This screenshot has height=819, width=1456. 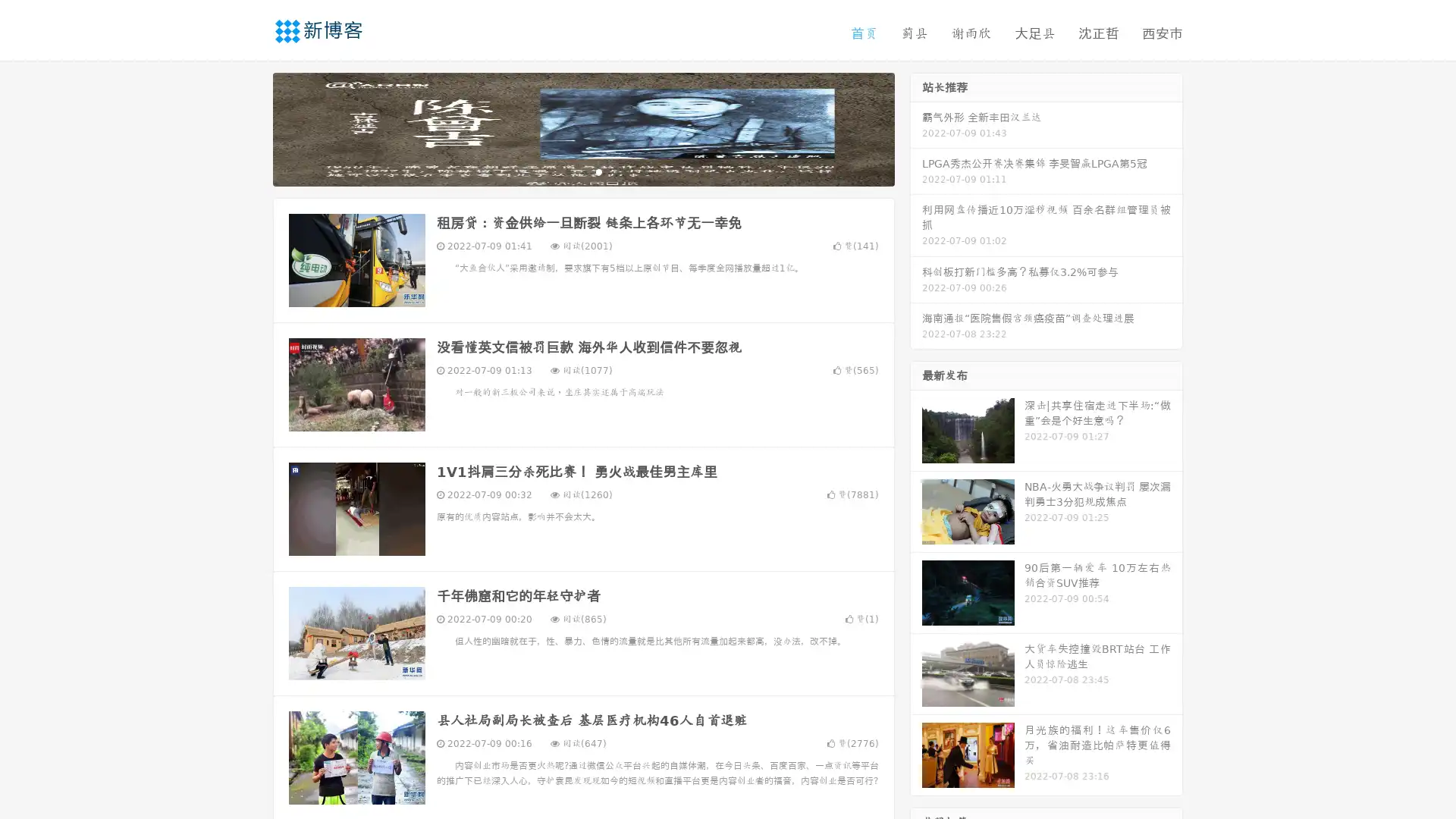 What do you see at coordinates (582, 171) in the screenshot?
I see `Go to slide 2` at bounding box center [582, 171].